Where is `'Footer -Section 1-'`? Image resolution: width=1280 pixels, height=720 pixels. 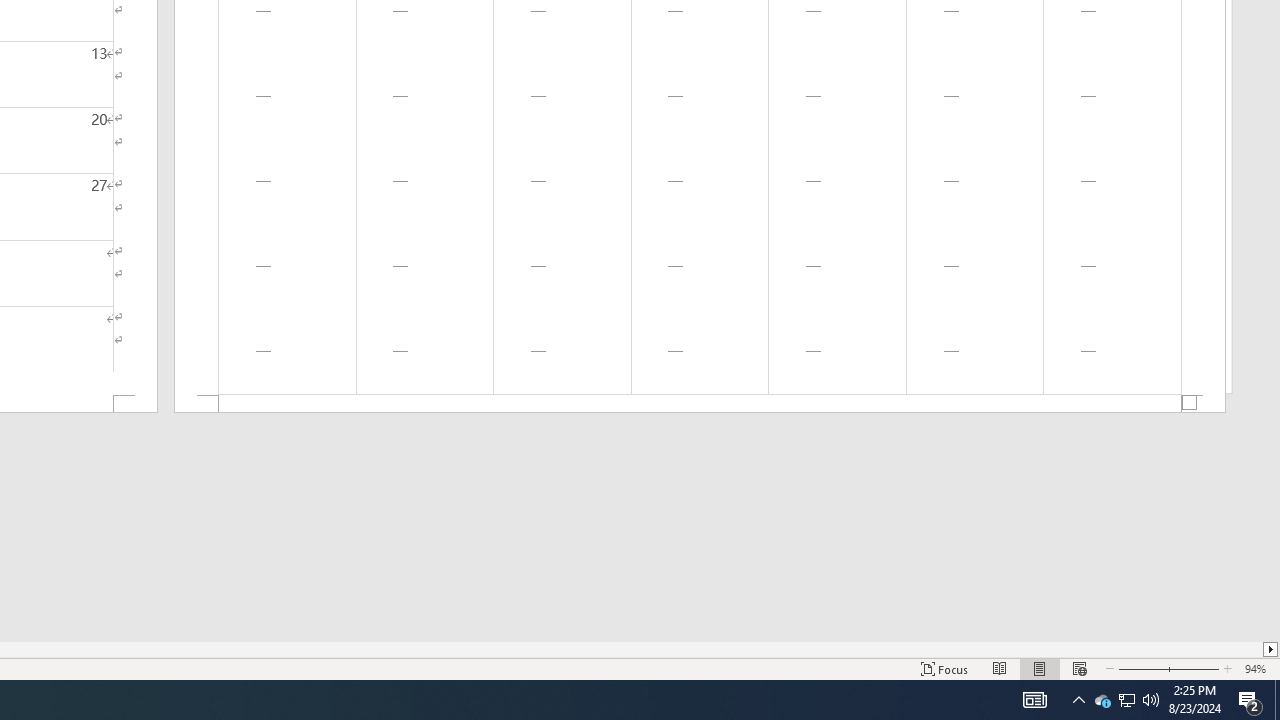
'Footer -Section 1-' is located at coordinates (700, 404).